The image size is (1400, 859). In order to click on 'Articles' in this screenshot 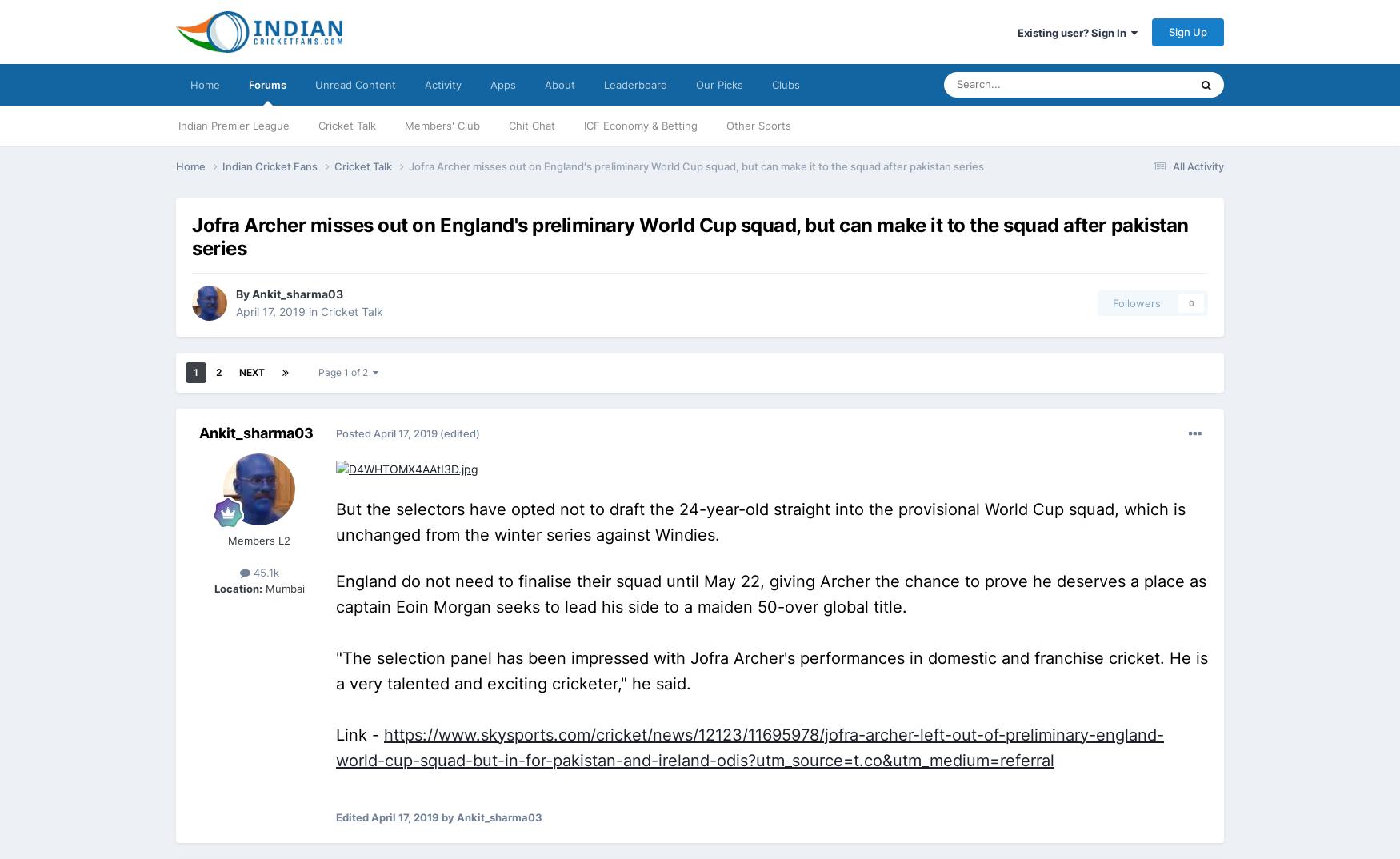, I will do `click(1085, 274)`.